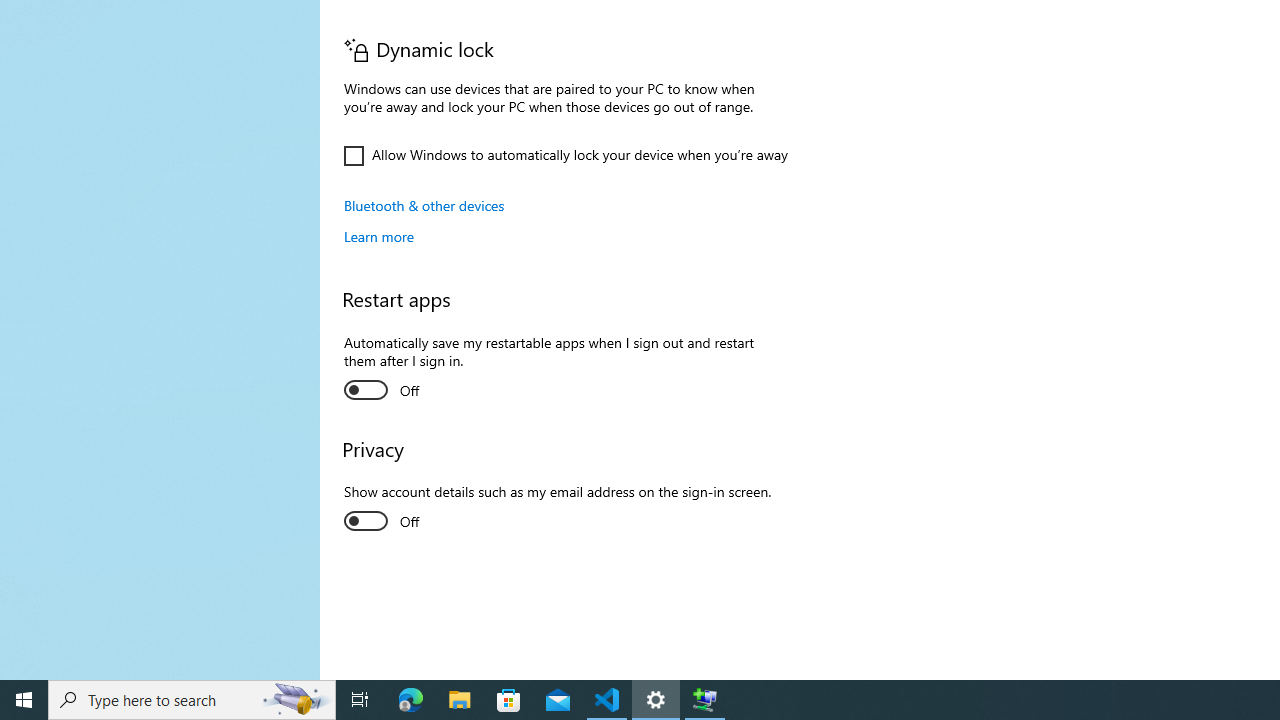  I want to click on 'Extensible Wizards Host Process - 1 running window', so click(705, 698).